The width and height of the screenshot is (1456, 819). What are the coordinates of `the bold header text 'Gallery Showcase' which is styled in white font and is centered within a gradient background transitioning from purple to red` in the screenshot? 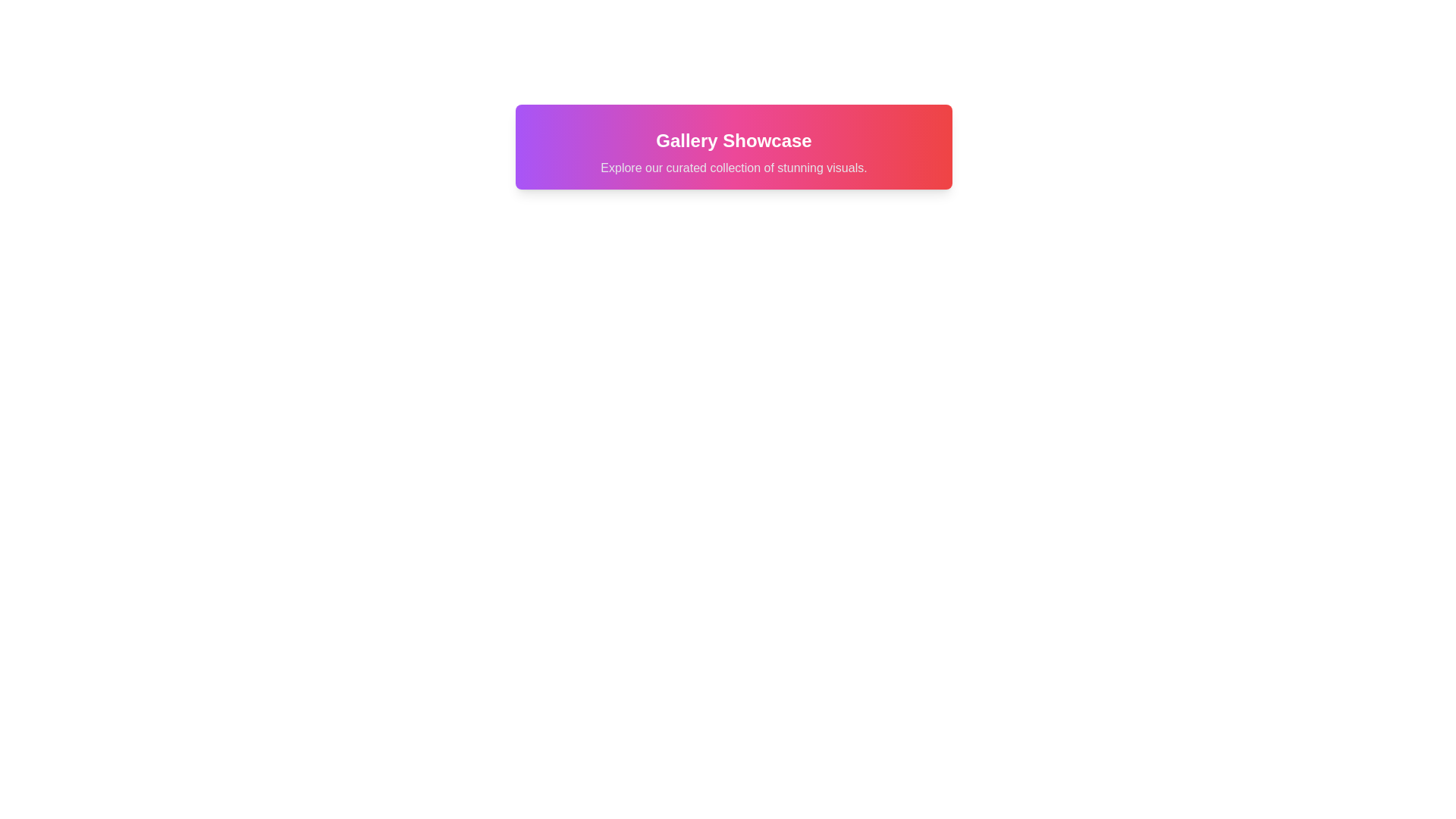 It's located at (734, 140).